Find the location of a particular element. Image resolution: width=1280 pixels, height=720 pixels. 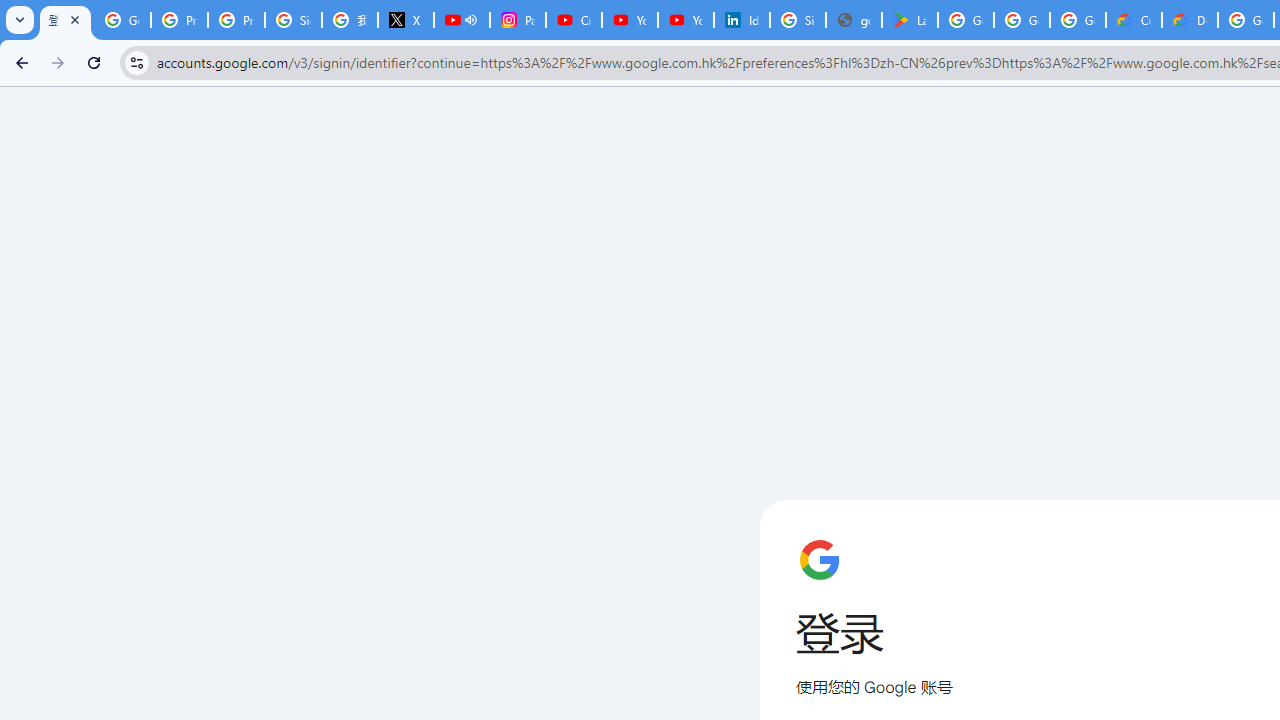

'Privacy Help Center - Policies Help' is located at coordinates (179, 20).